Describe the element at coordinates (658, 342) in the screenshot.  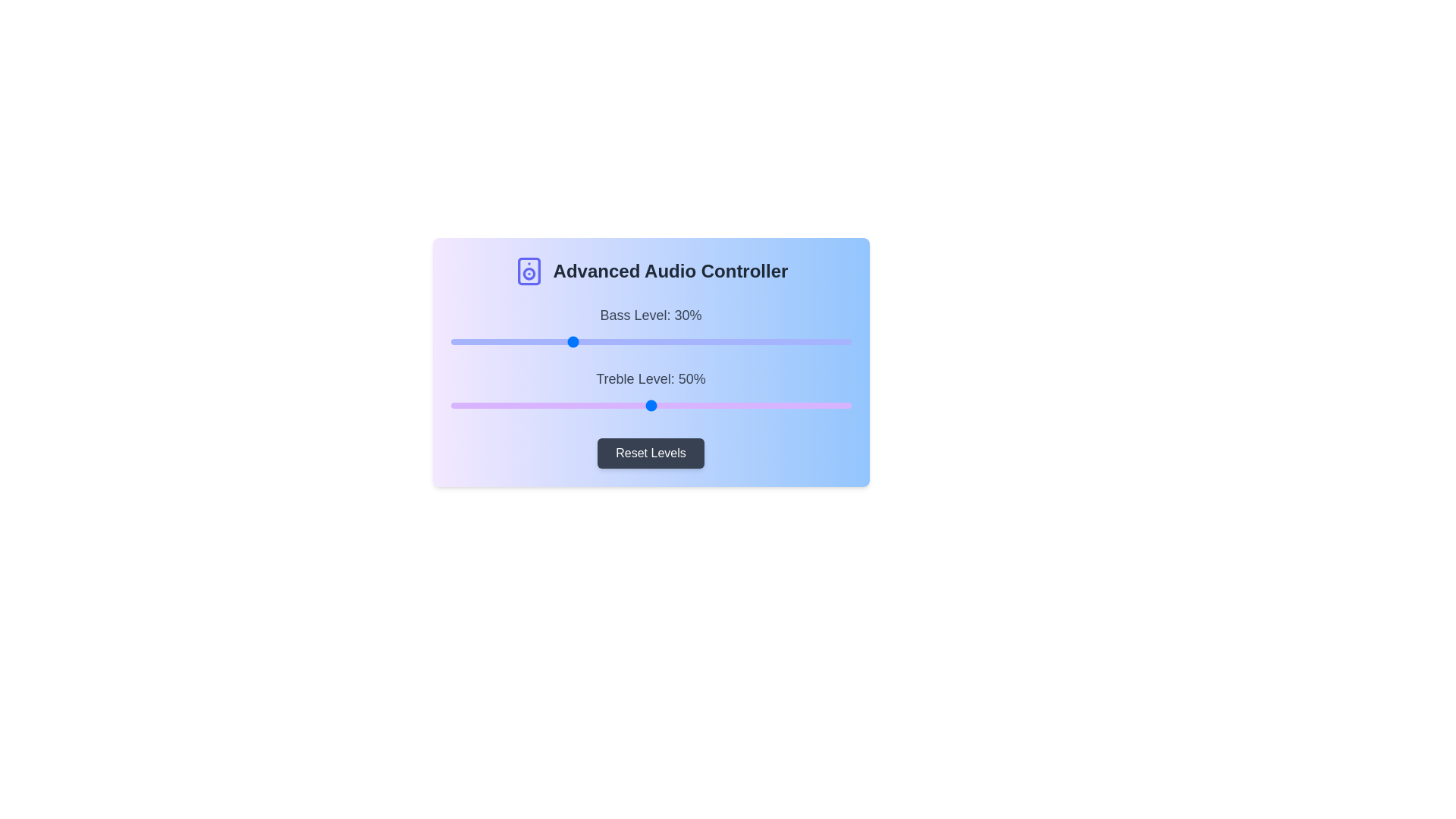
I see `the 0 slider to 52%` at that location.